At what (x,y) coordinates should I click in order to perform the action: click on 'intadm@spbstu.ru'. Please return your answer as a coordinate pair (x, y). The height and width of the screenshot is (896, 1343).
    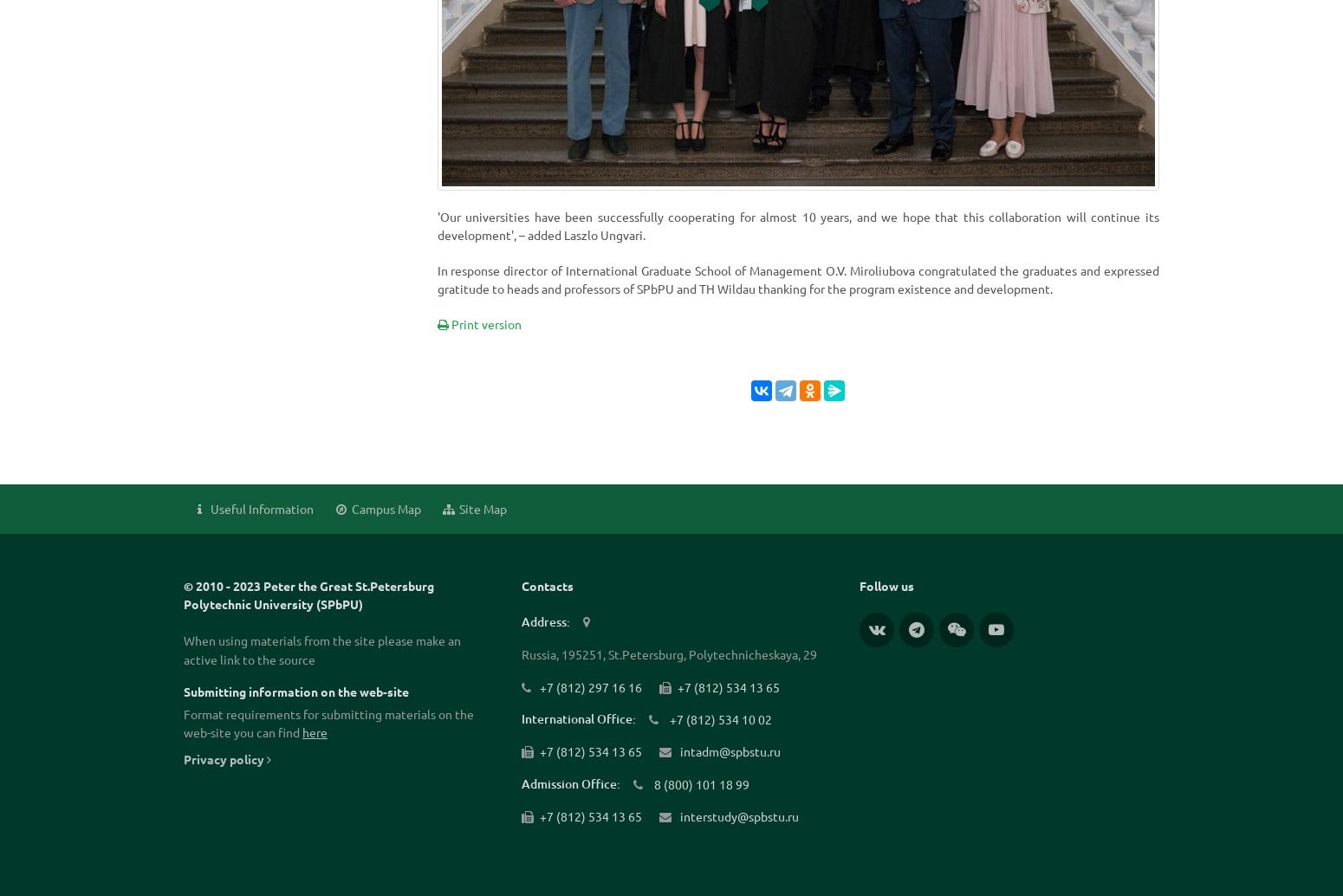
    Looking at the image, I should click on (678, 751).